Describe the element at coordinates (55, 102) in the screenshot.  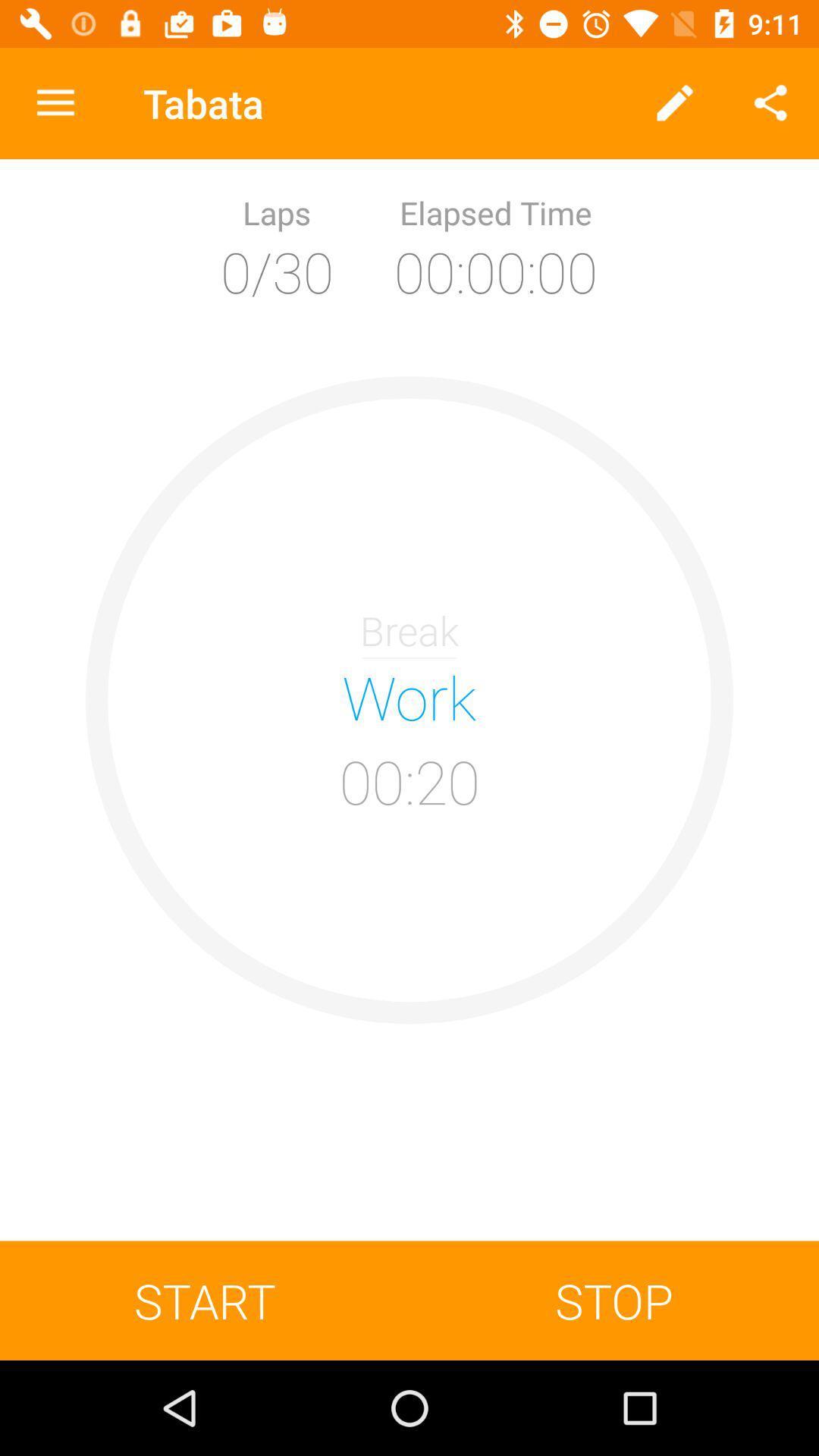
I see `the icon next to the tabata icon` at that location.